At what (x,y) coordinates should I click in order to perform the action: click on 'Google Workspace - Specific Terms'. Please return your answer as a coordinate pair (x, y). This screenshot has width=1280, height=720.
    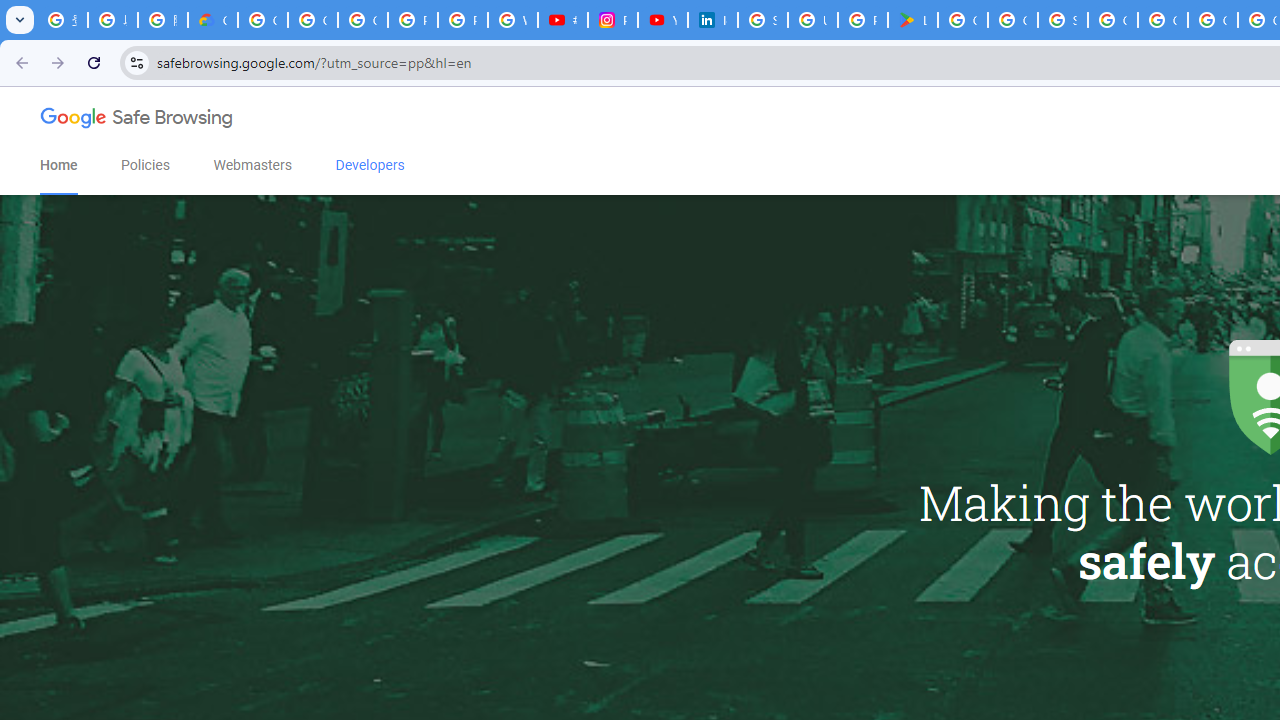
    Looking at the image, I should click on (1013, 20).